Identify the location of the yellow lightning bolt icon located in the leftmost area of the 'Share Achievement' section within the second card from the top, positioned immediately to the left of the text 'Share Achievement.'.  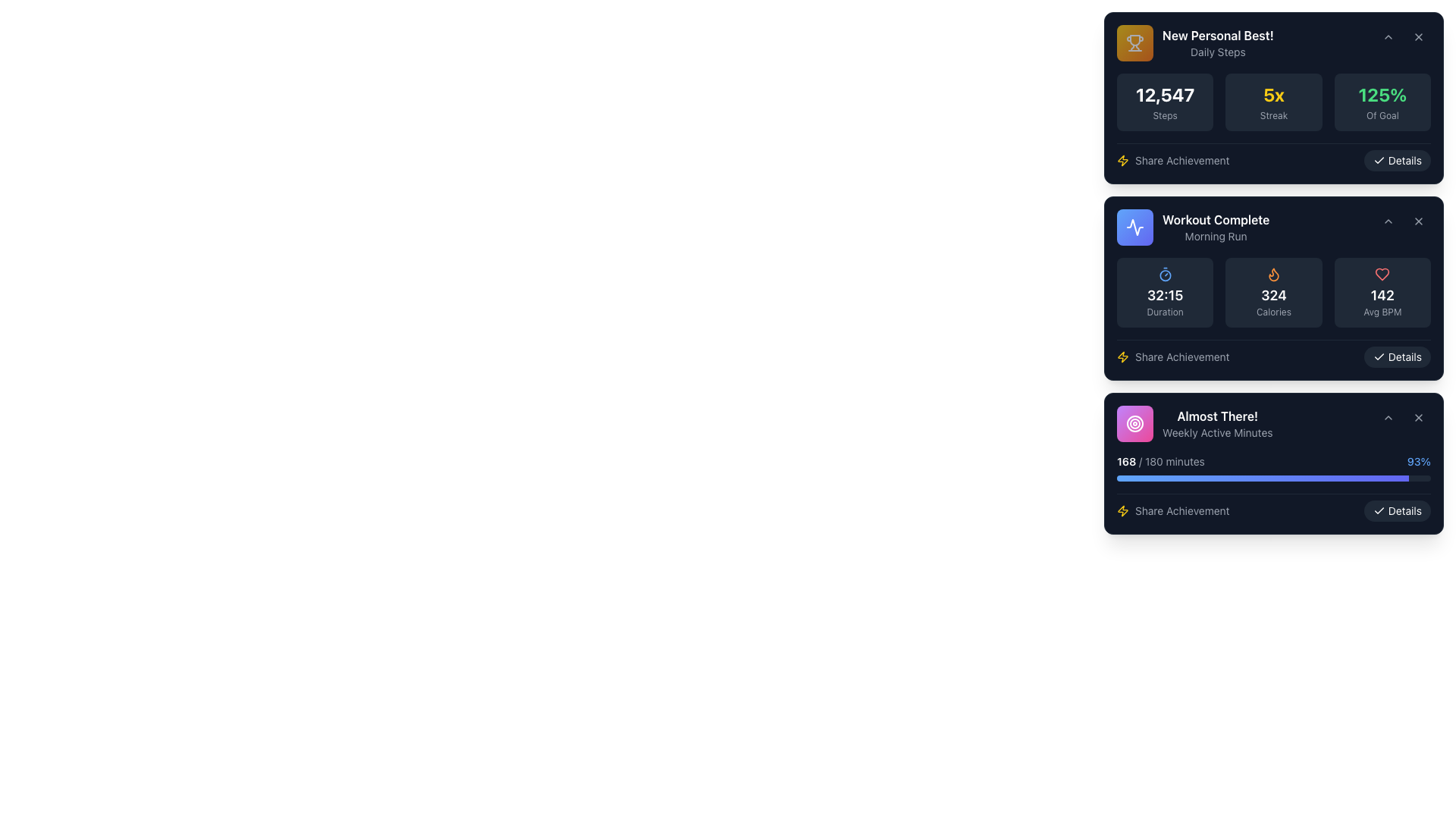
(1123, 161).